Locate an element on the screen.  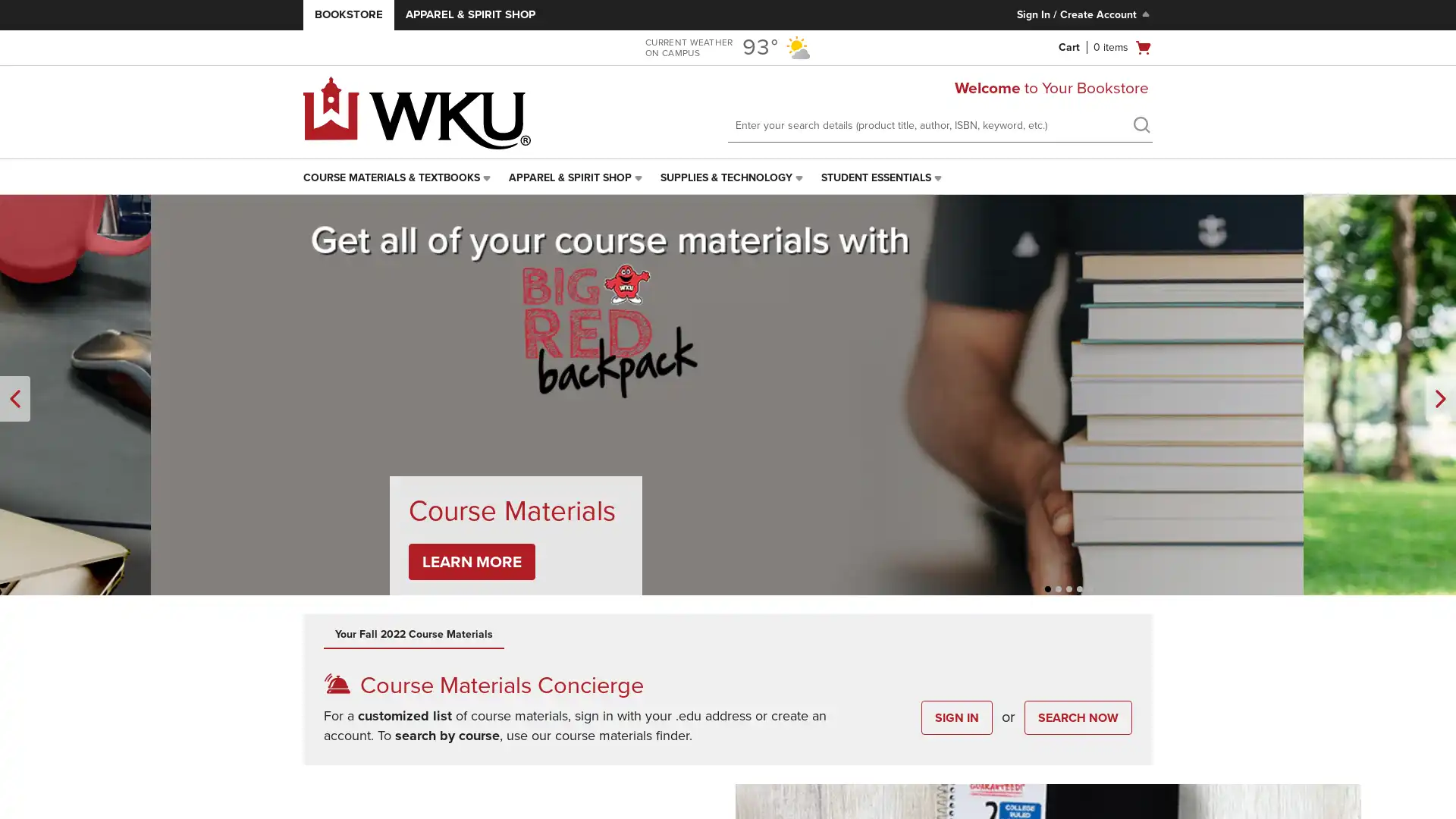
Unselected, Slide 4 is located at coordinates (1079, 588).